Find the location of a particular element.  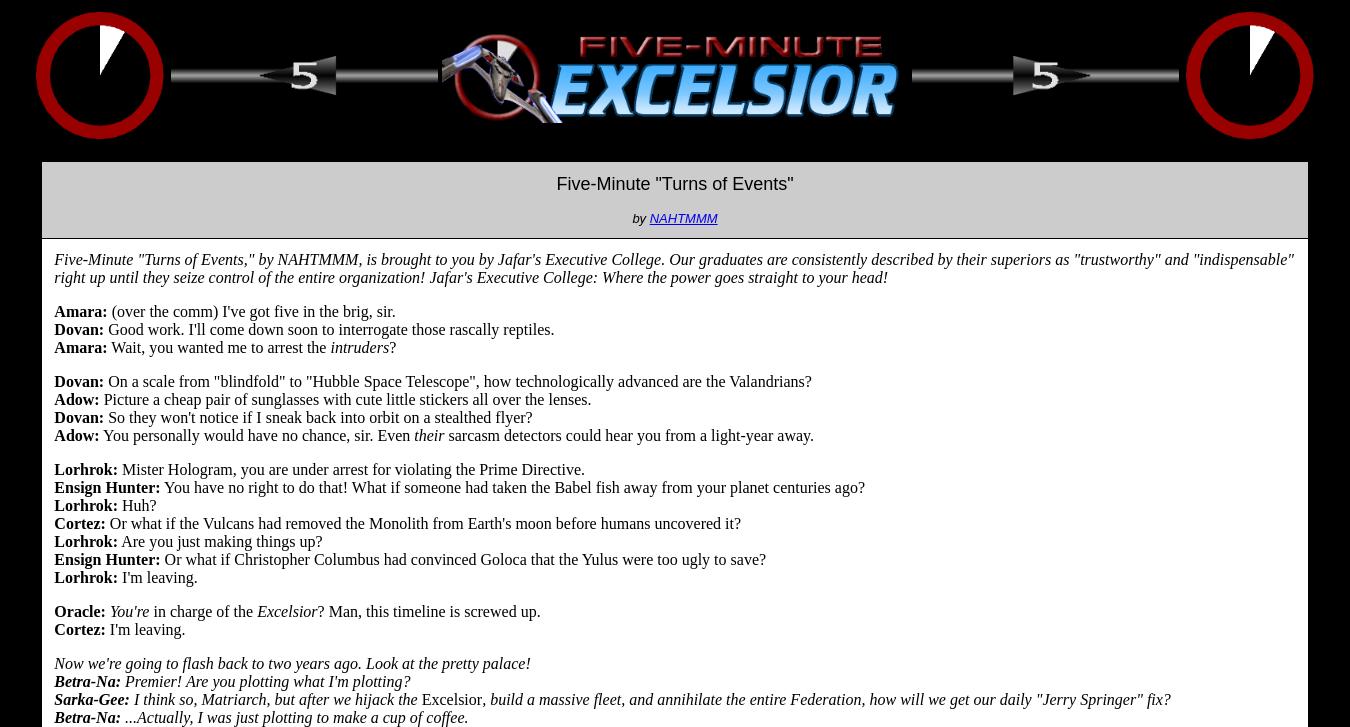

'(over the comm) I've got five in the brig, sir.' is located at coordinates (249, 310).